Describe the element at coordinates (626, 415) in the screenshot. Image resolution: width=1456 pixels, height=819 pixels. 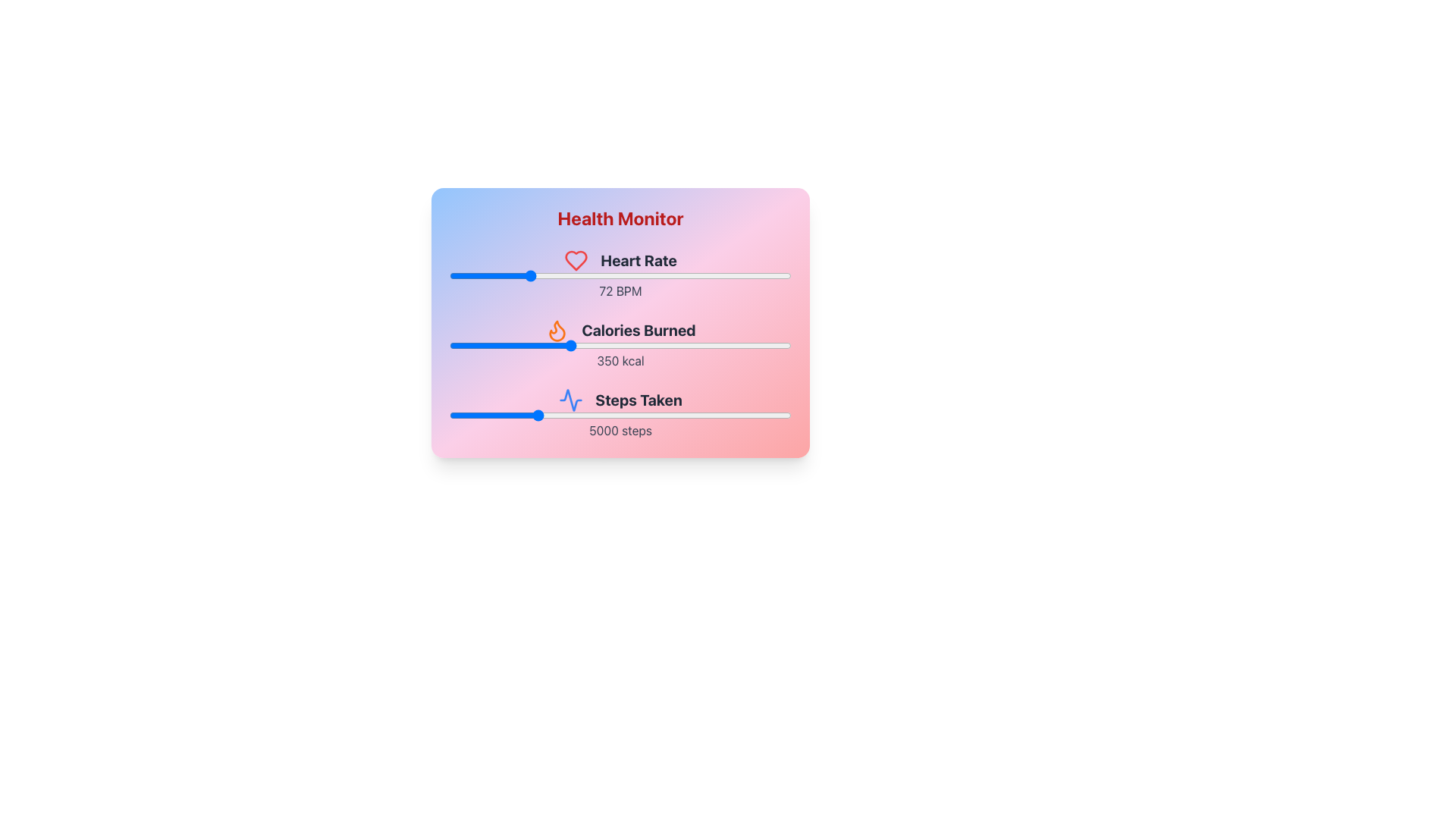
I see `the step count` at that location.